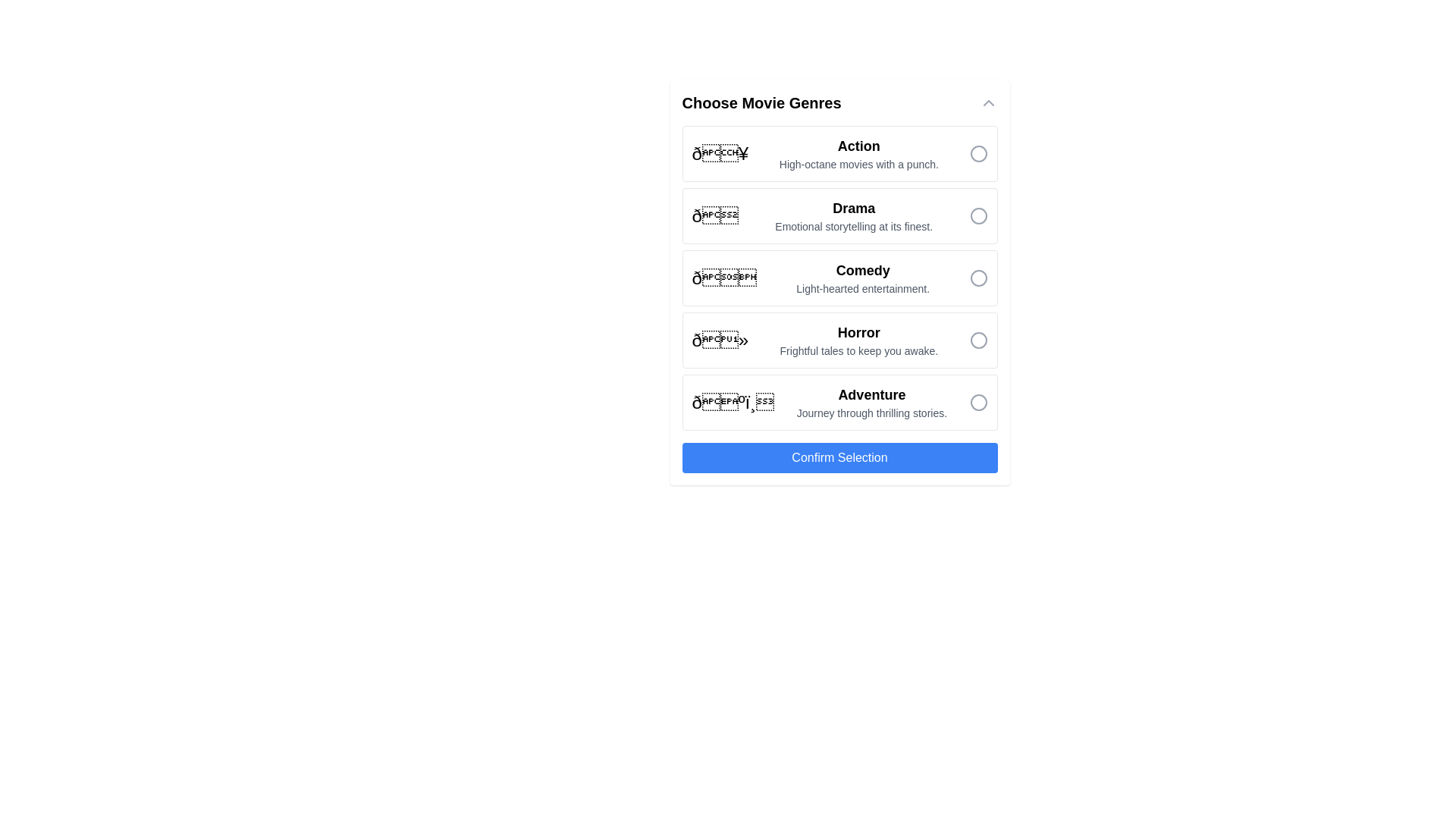  Describe the element at coordinates (978, 278) in the screenshot. I see `the radio button located in the third row of the genre list` at that location.